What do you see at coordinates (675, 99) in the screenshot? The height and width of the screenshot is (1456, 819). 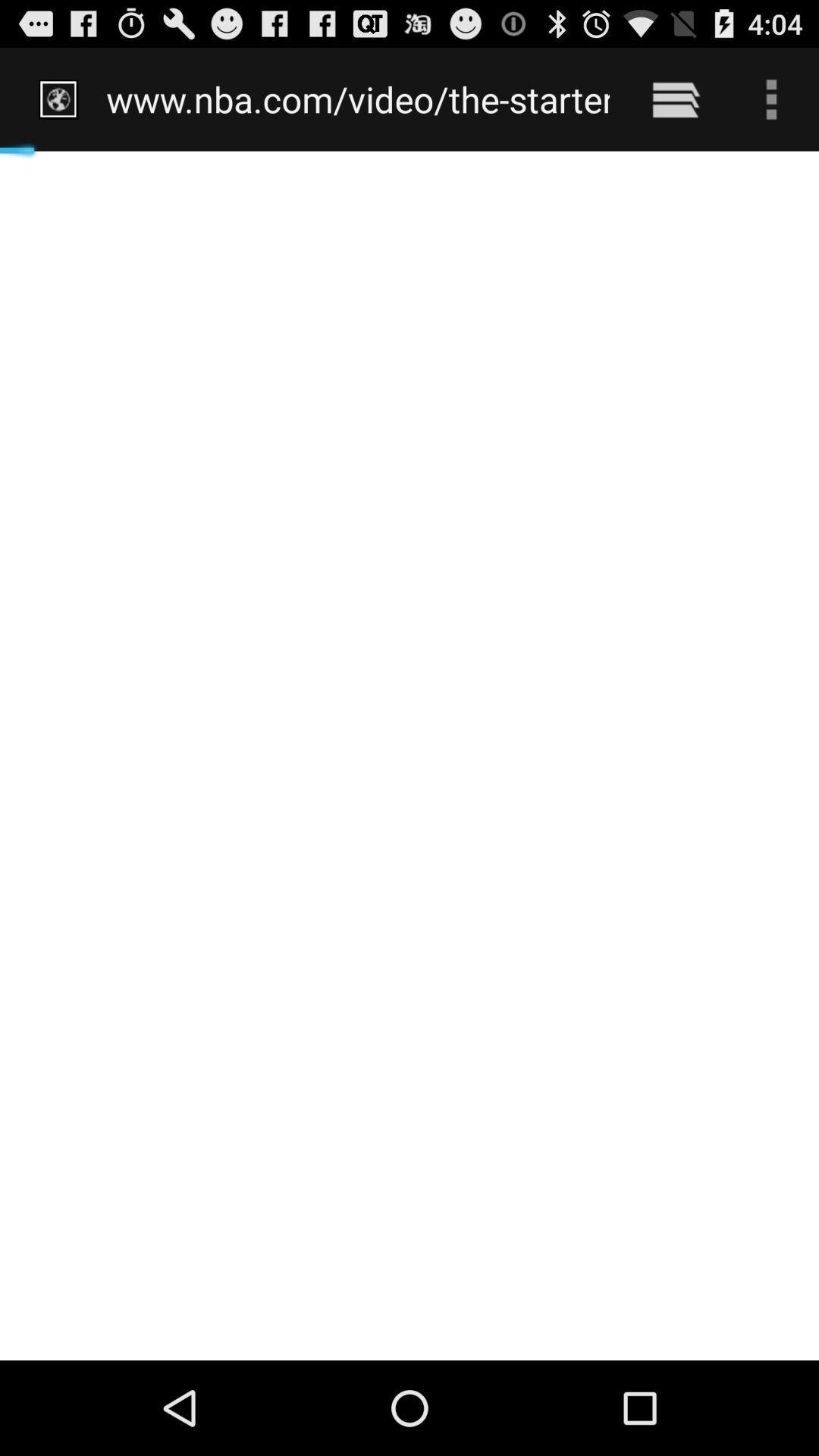 I see `the item next to the www nba com icon` at bounding box center [675, 99].